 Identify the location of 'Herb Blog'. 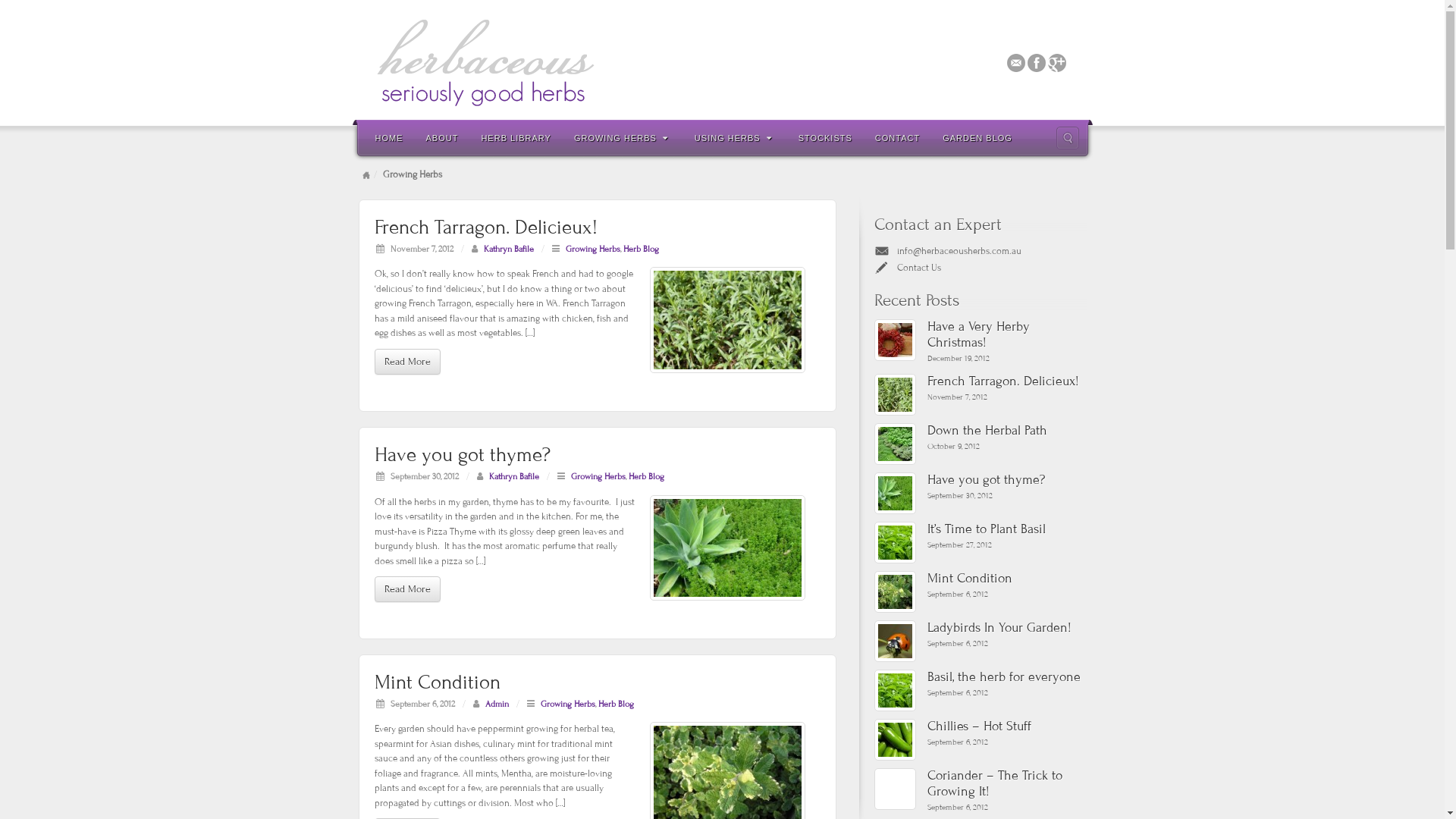
(615, 704).